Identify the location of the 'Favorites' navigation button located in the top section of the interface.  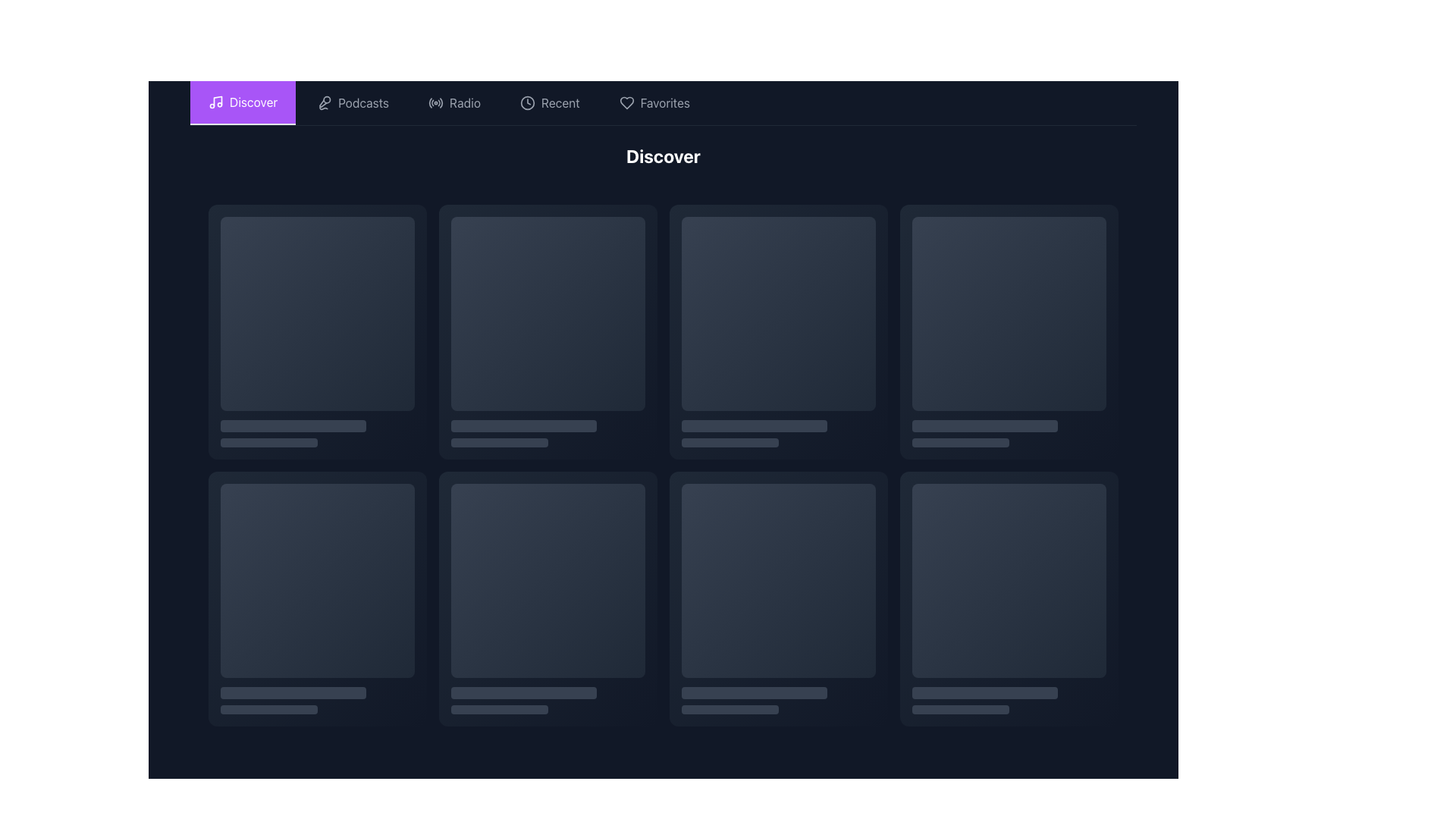
(654, 102).